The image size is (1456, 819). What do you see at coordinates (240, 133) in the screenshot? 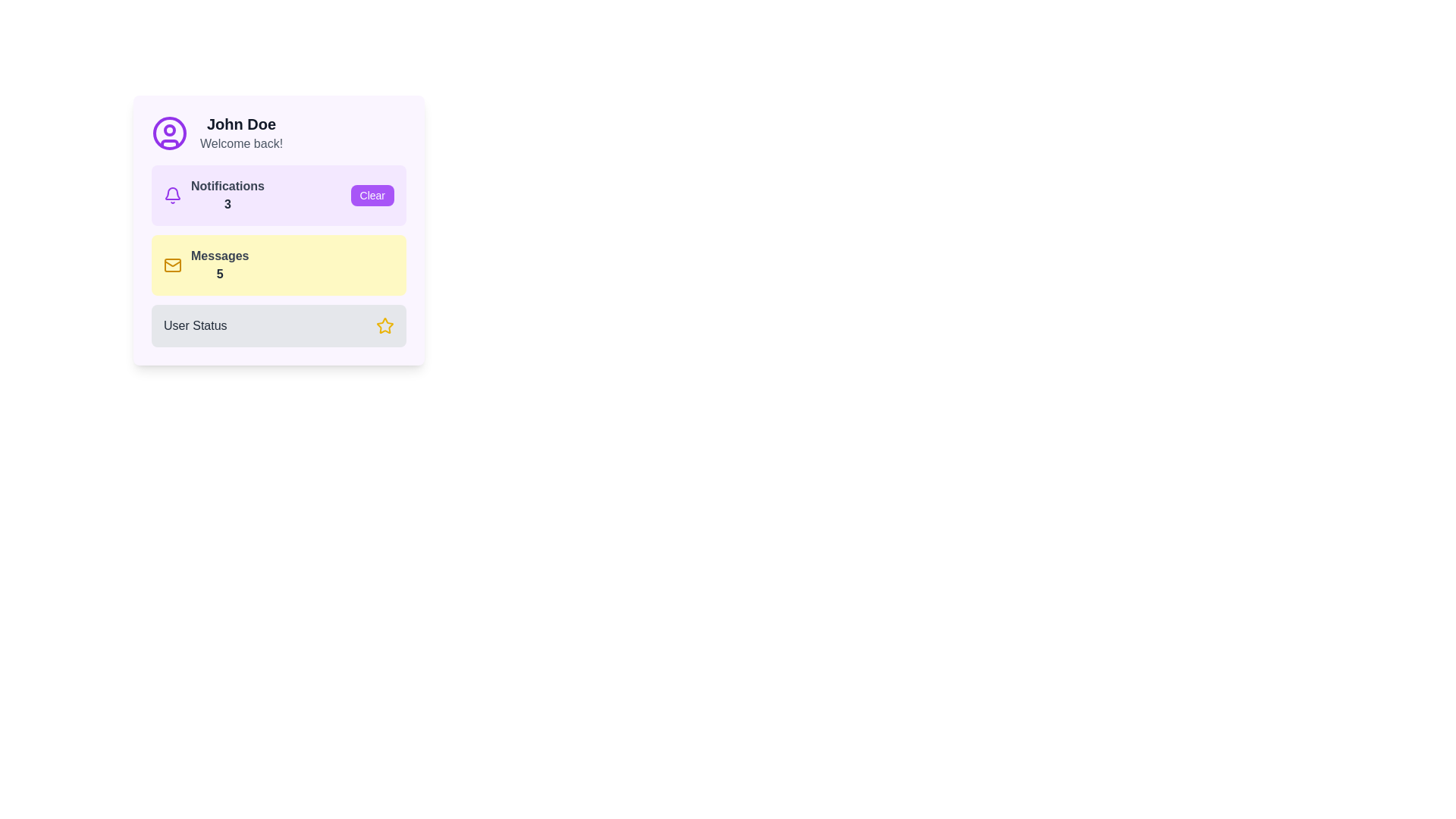
I see `personalized greeting text displayed in the user profile card, located in the top left corner of the content area to the right of the circular profile icon` at bounding box center [240, 133].